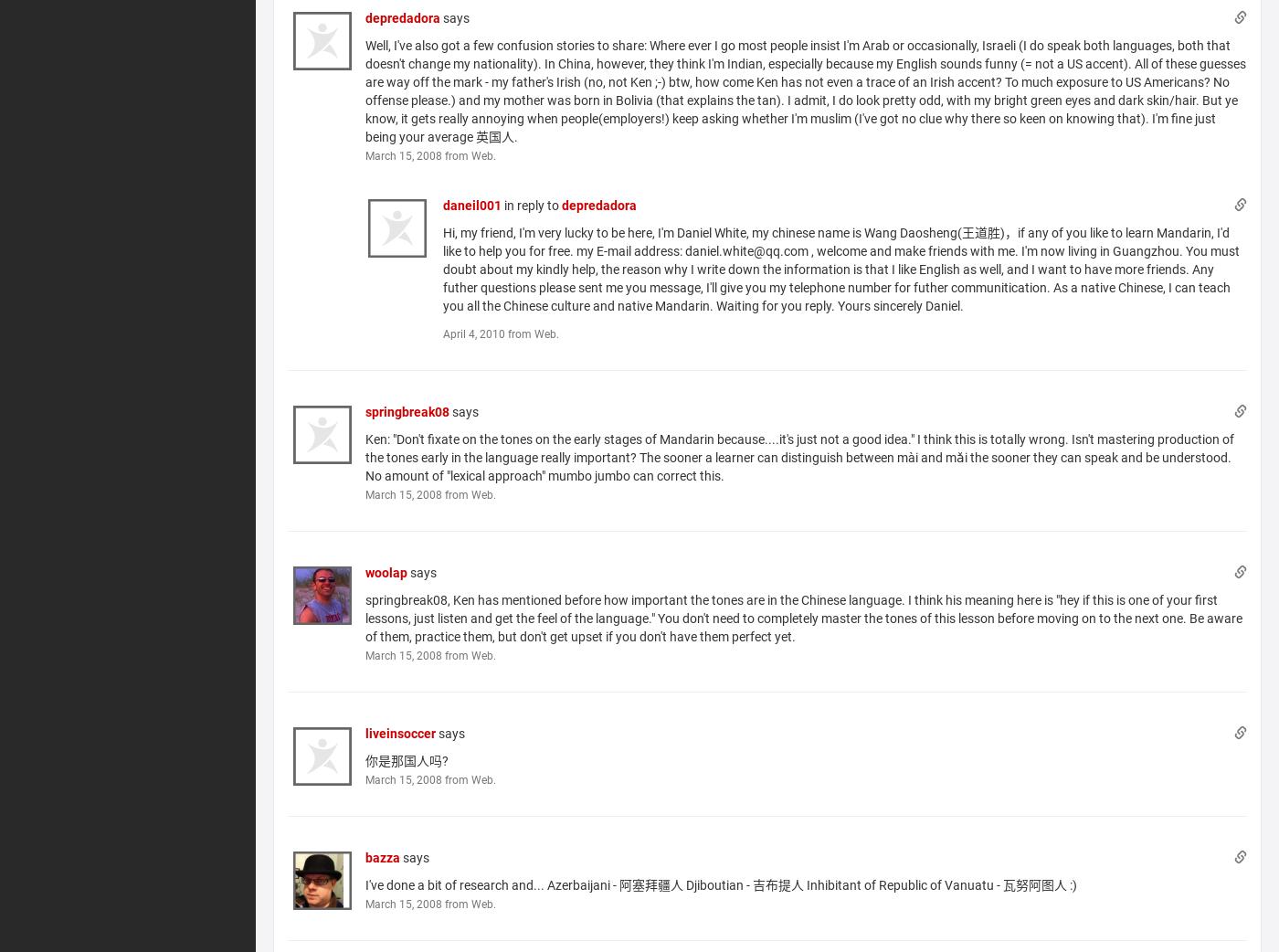 Image resolution: width=1279 pixels, height=952 pixels. Describe the element at coordinates (531, 204) in the screenshot. I see `'in reply to'` at that location.